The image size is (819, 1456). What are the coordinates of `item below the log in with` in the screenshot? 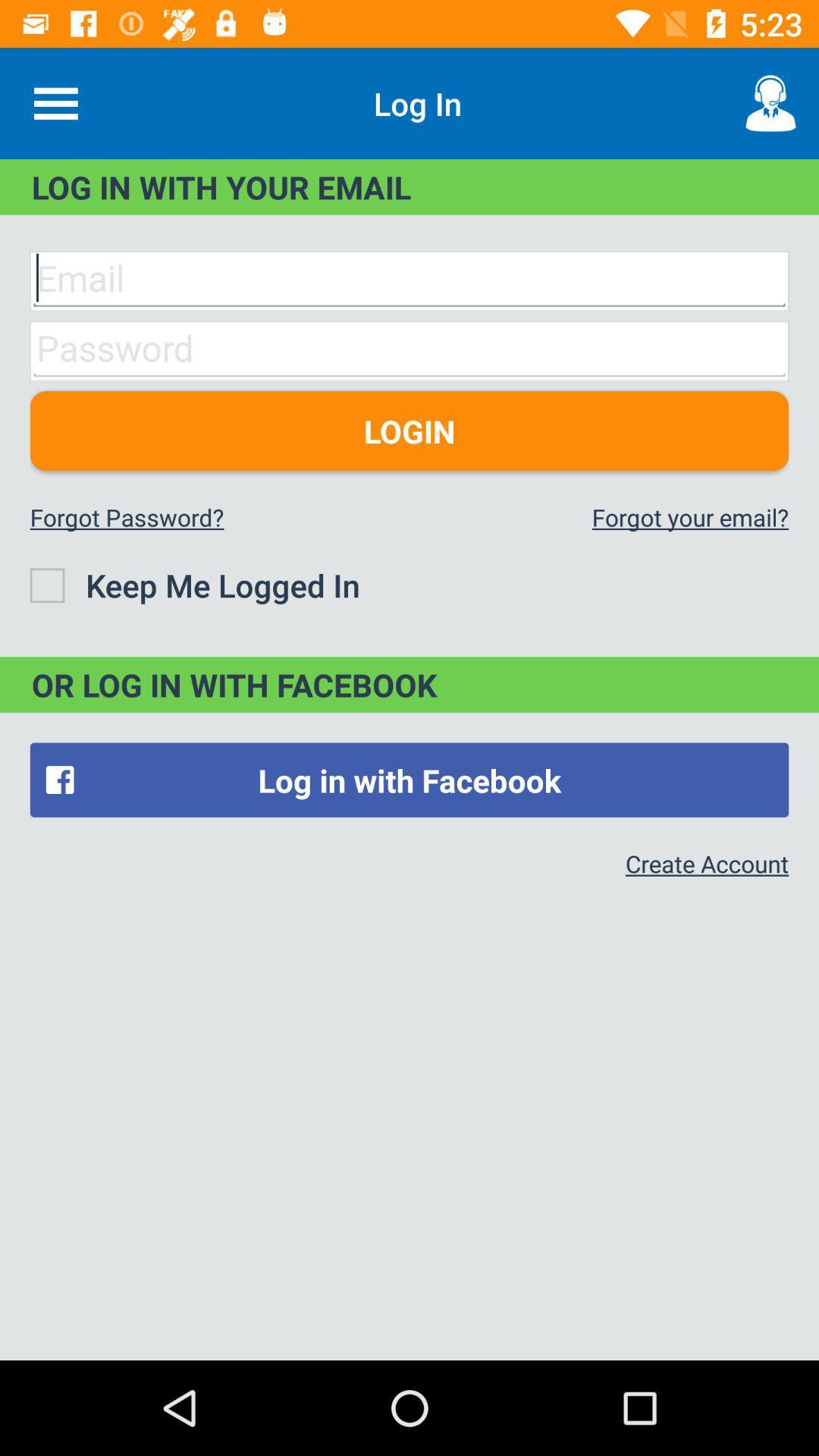 It's located at (707, 863).